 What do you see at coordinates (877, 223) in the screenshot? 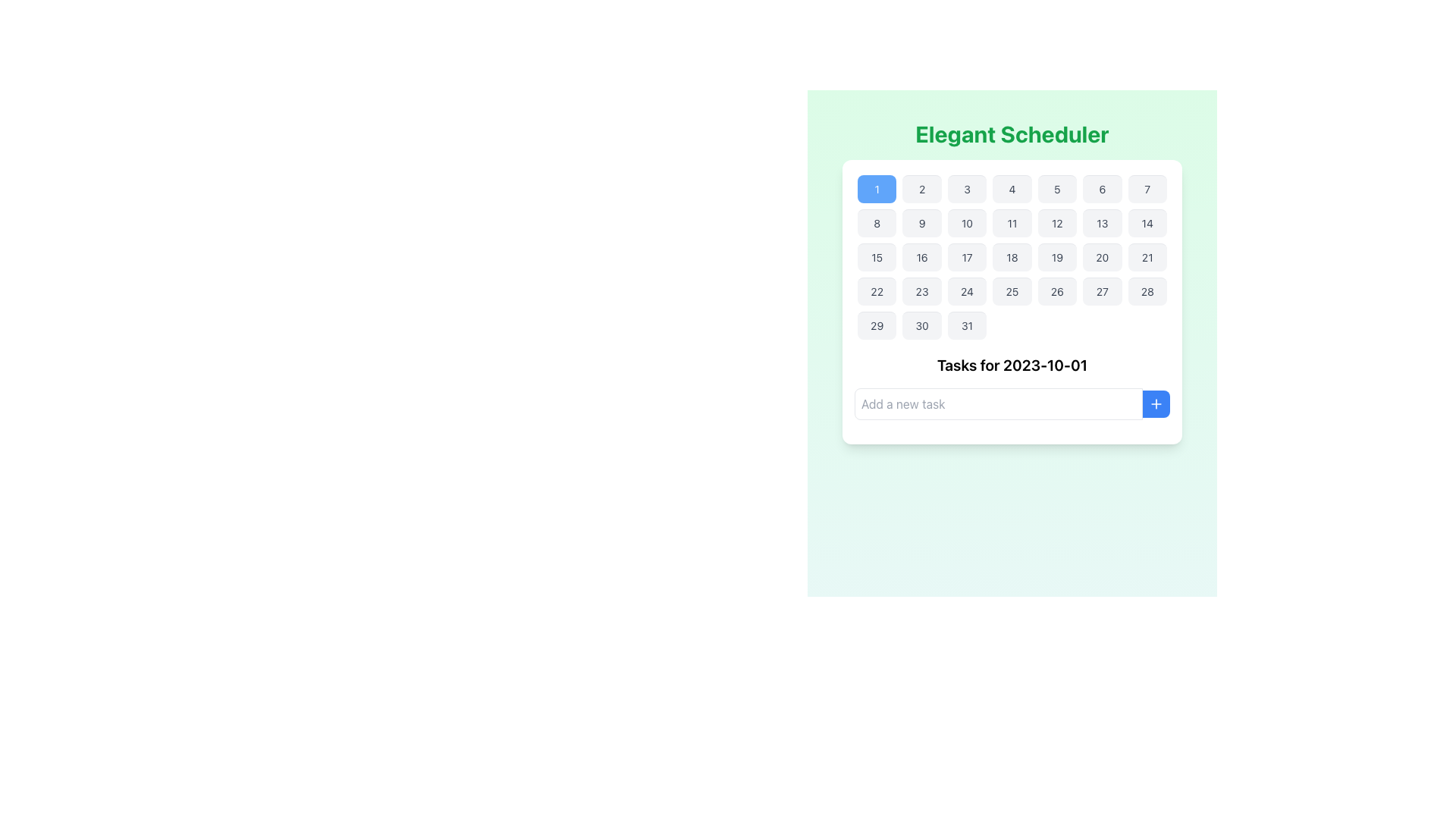
I see `the eighth button in the calendar grid` at bounding box center [877, 223].